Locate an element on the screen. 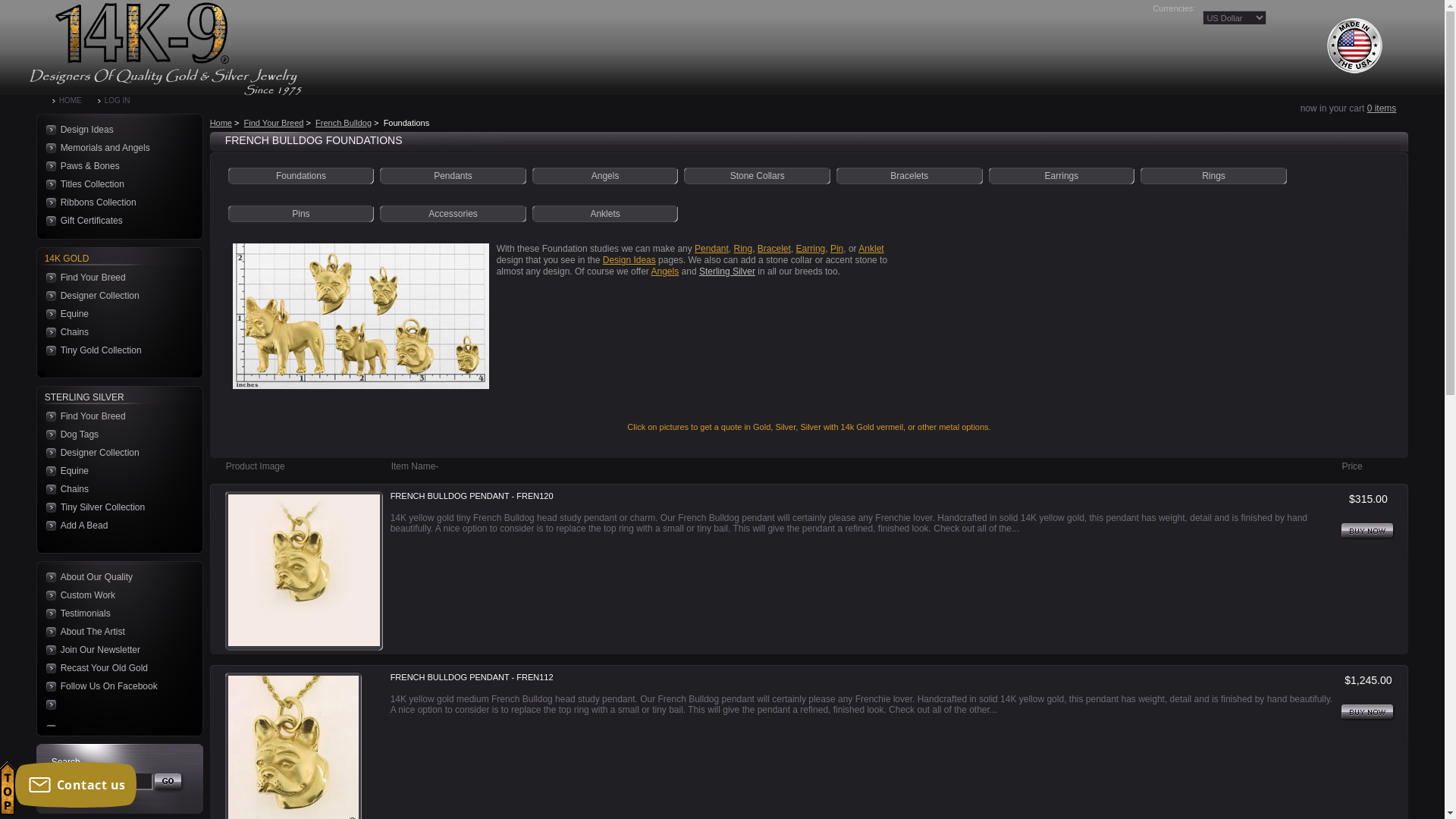 This screenshot has height=819, width=1456. 'Equine' is located at coordinates (43, 312).